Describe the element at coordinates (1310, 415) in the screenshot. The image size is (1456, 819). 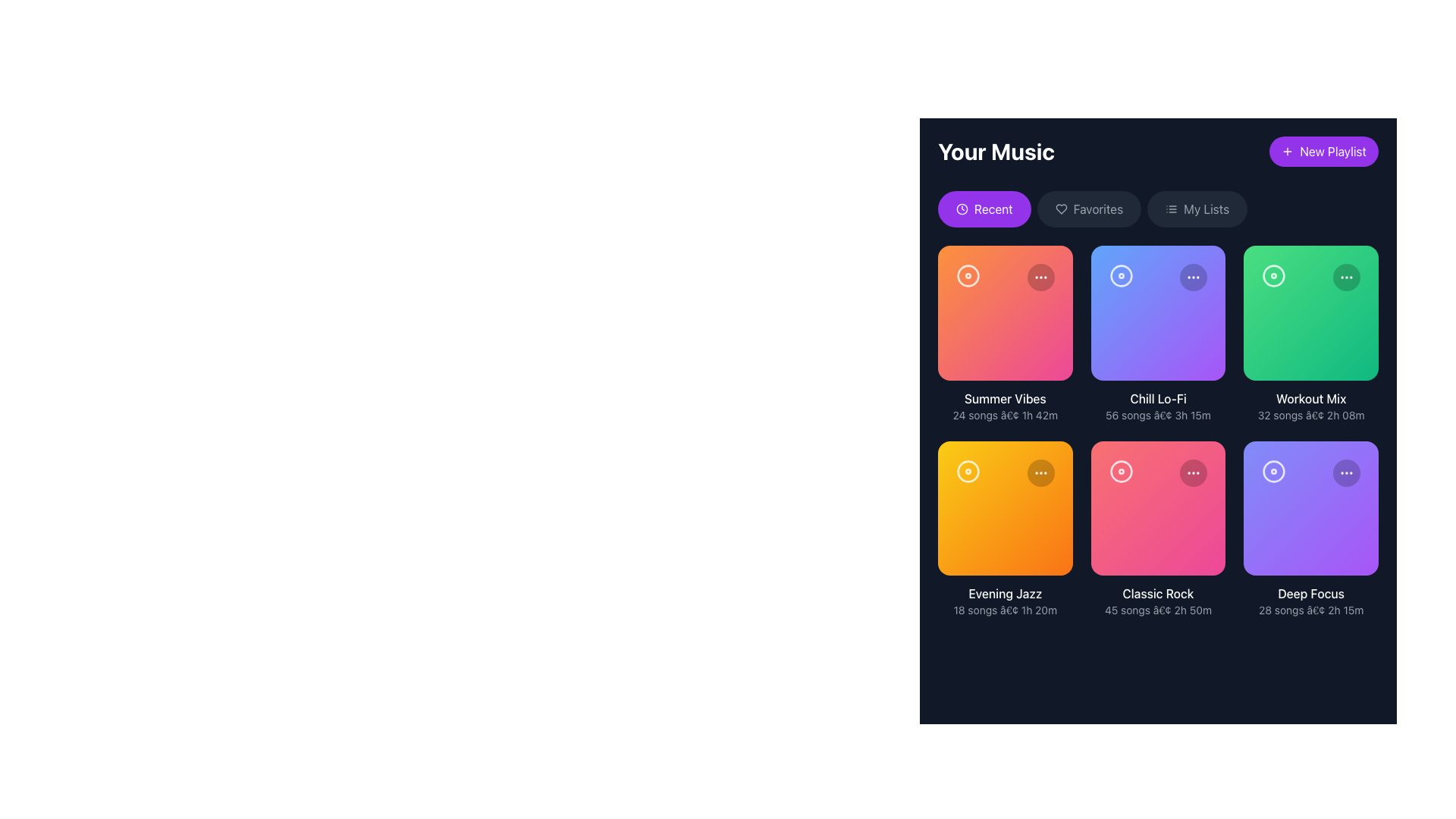
I see `the text label that displays the metadata for the 'Workout Mix' playlist, which shows the number of songs and total duration` at that location.